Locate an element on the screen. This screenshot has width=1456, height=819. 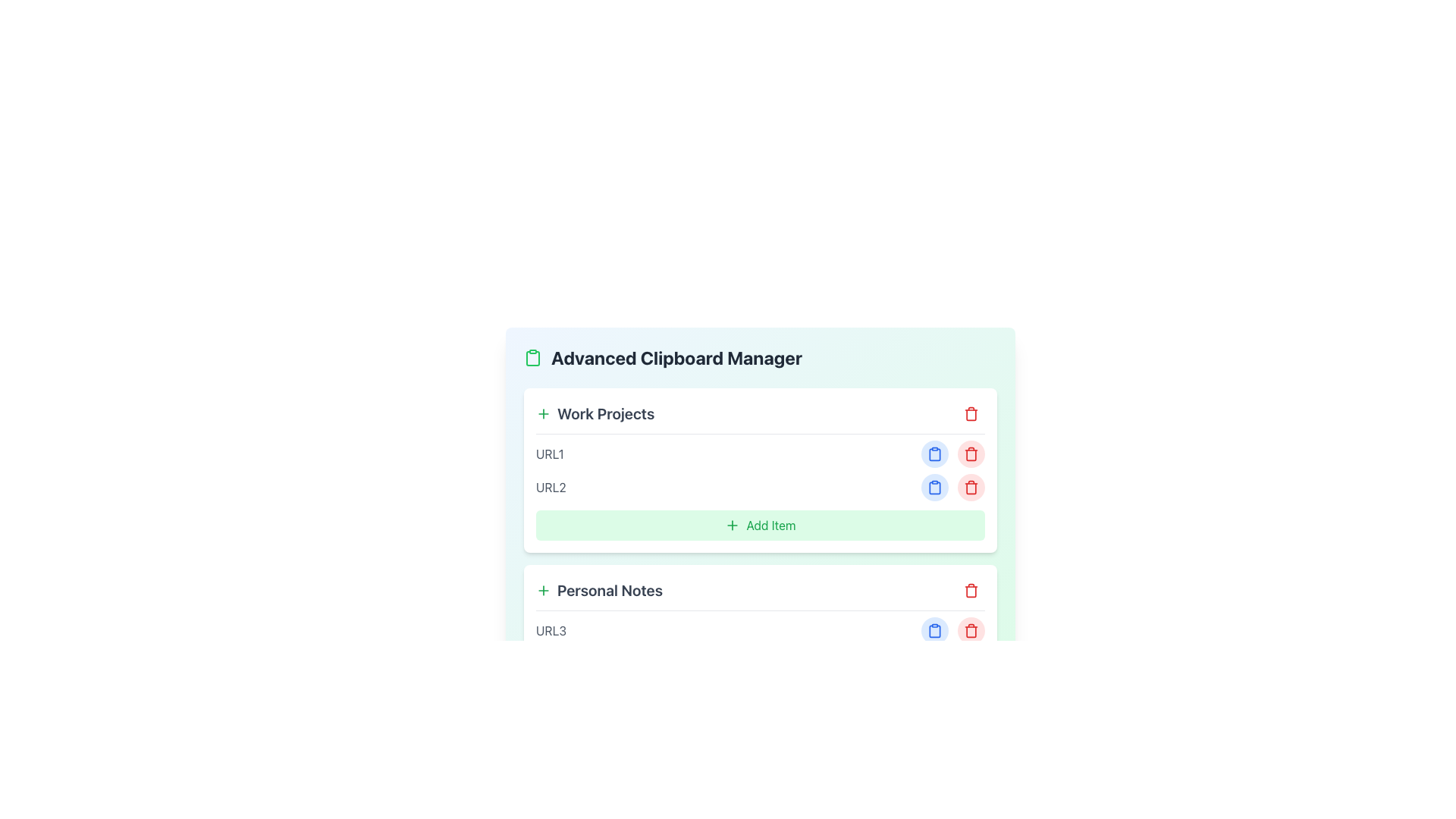
the delete icon button positioned to the right of the listed group is located at coordinates (971, 590).